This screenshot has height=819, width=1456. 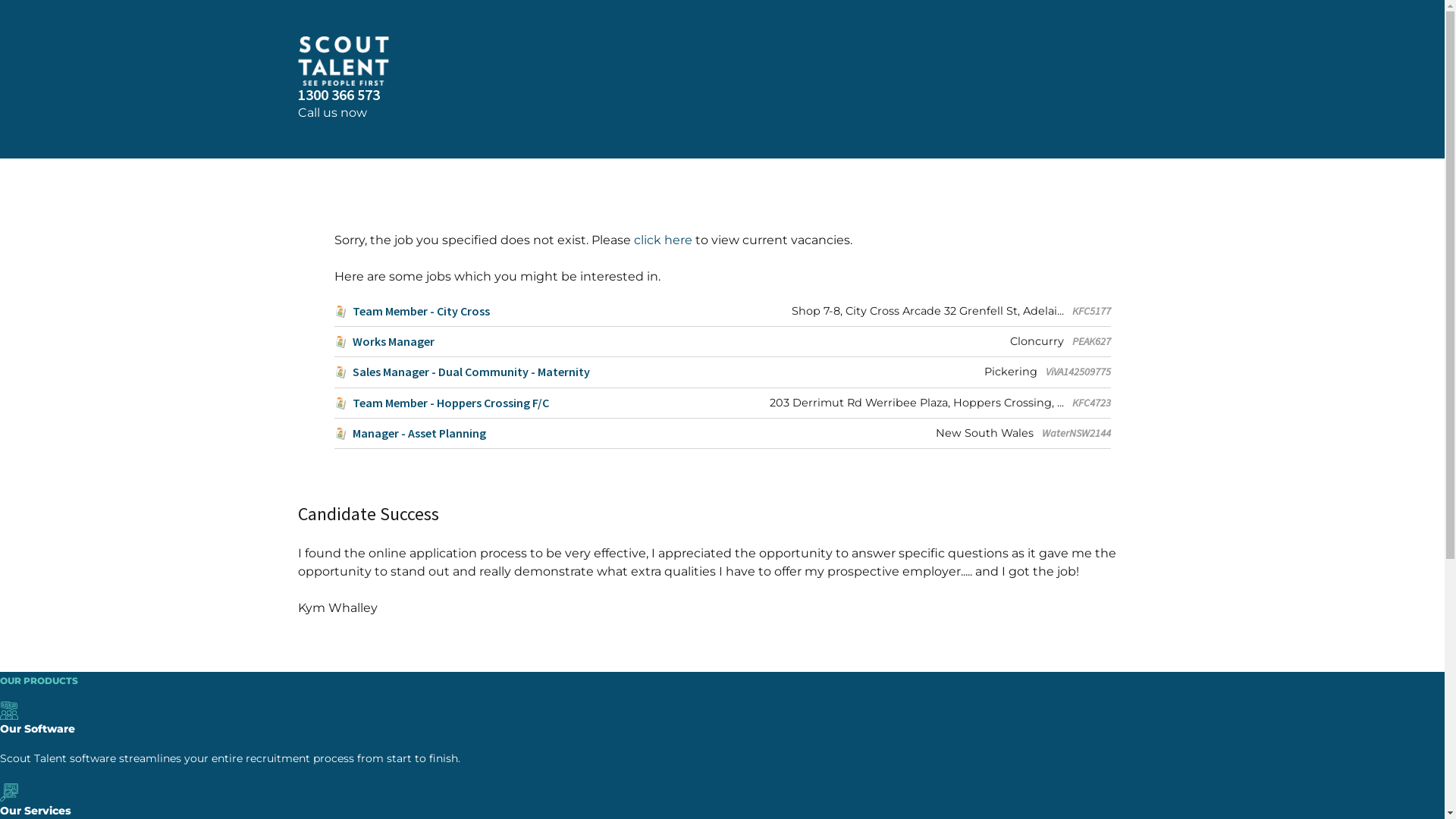 I want to click on 'Sales Manager - Dual Community - Maternity', so click(x=460, y=372).